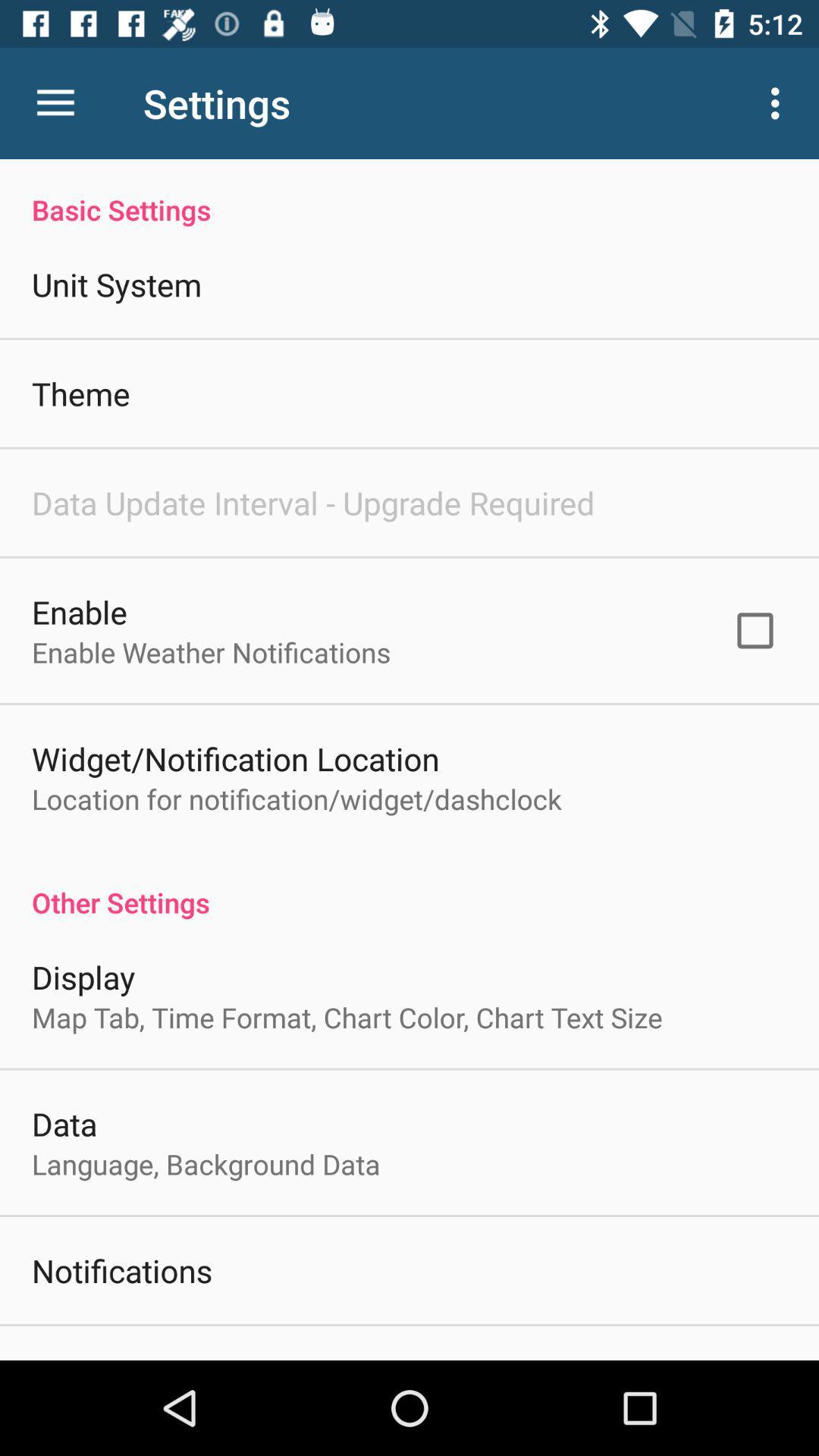  Describe the element at coordinates (206, 1163) in the screenshot. I see `item below data item` at that location.